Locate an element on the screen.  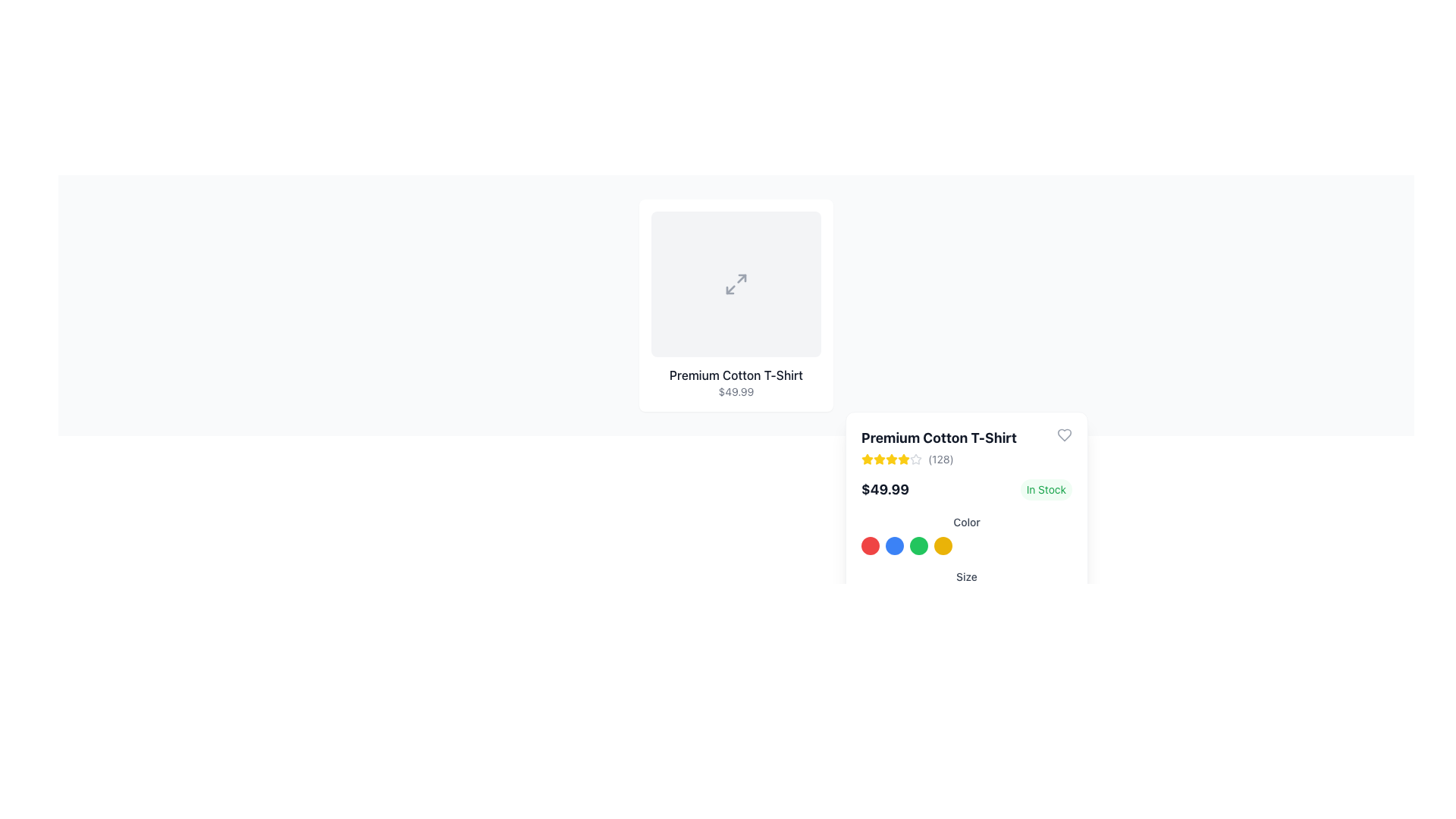
the 'In Stock' indicator badge, which is a small rectangular badge with green text on a light green background, located to the right of the price text ('$49.99') on the Premium Cotton T-Shirt card is located at coordinates (1045, 489).